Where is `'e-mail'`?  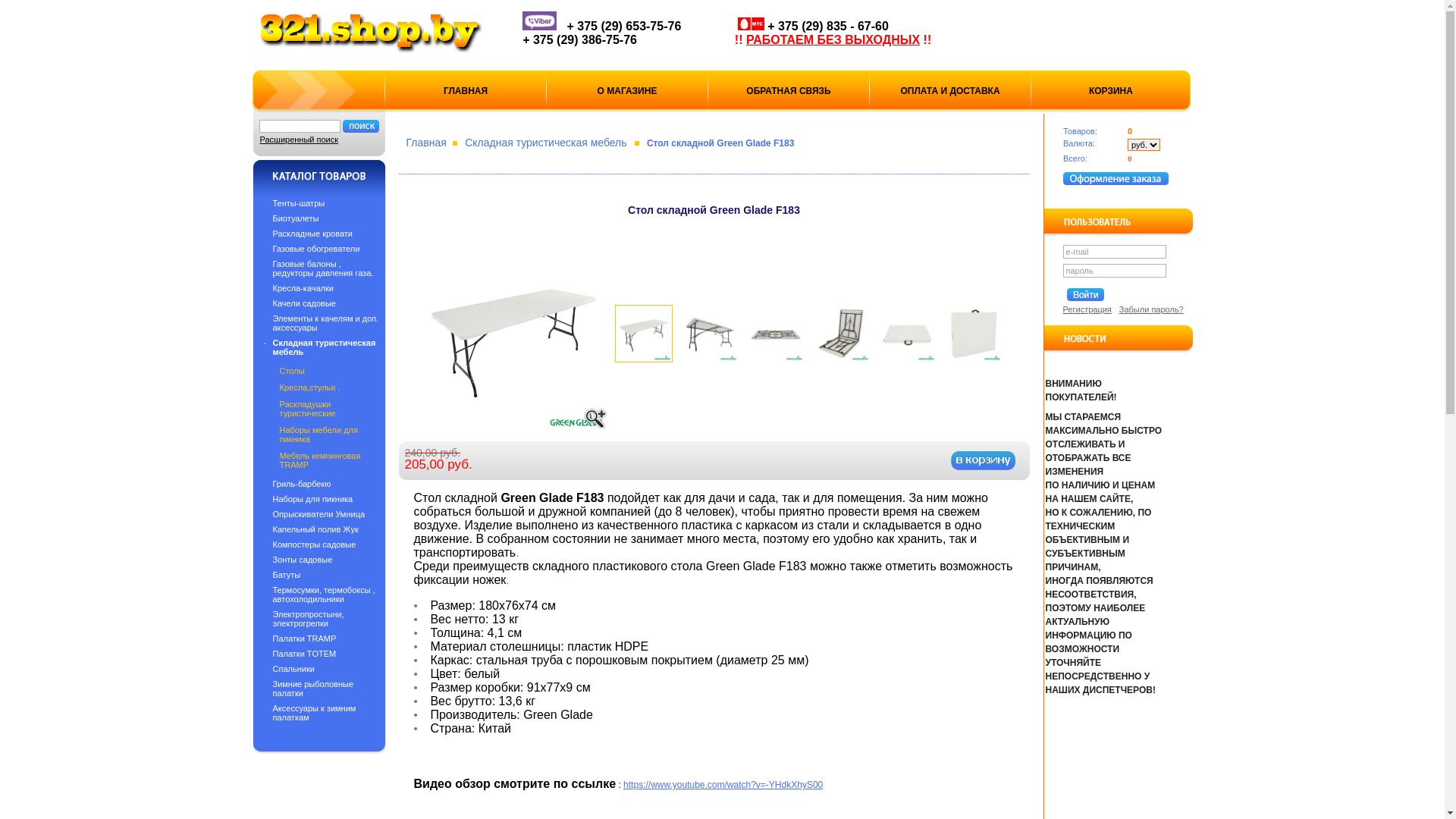 'e-mail' is located at coordinates (1113, 250).